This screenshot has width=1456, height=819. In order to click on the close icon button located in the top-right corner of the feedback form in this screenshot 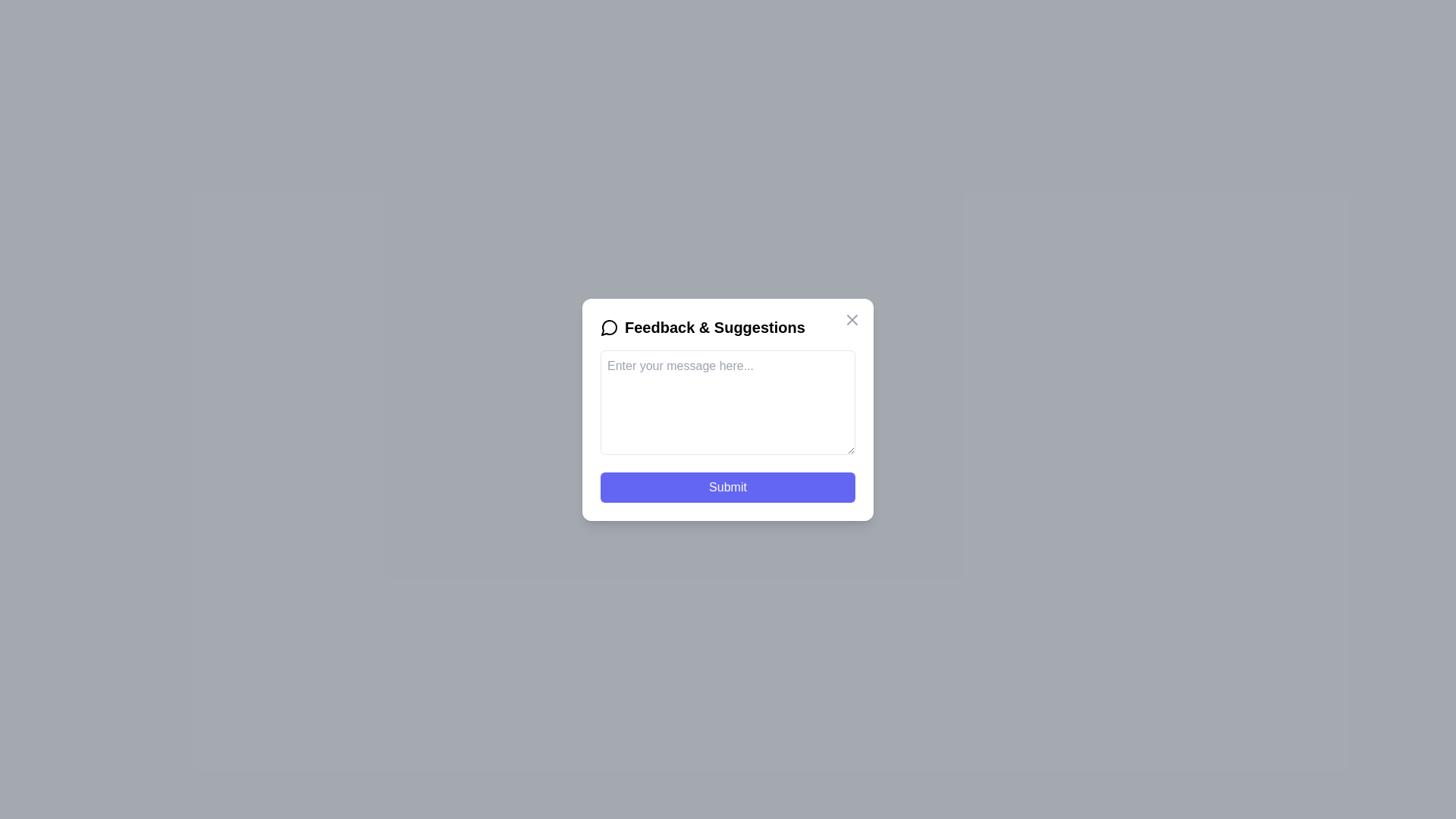, I will do `click(852, 318)`.